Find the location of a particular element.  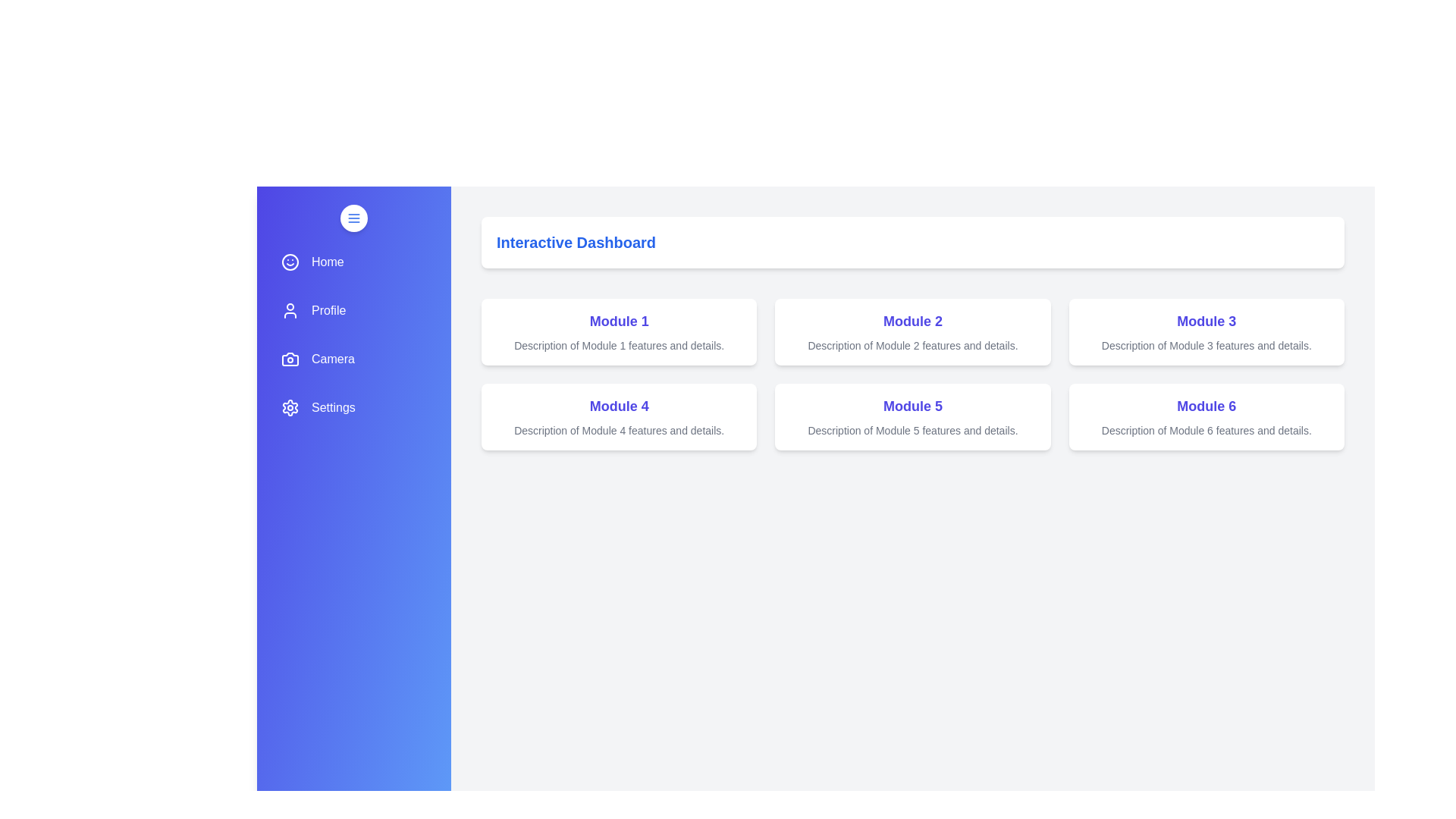

the 'Home' navigation label in the sidebar menu is located at coordinates (327, 262).